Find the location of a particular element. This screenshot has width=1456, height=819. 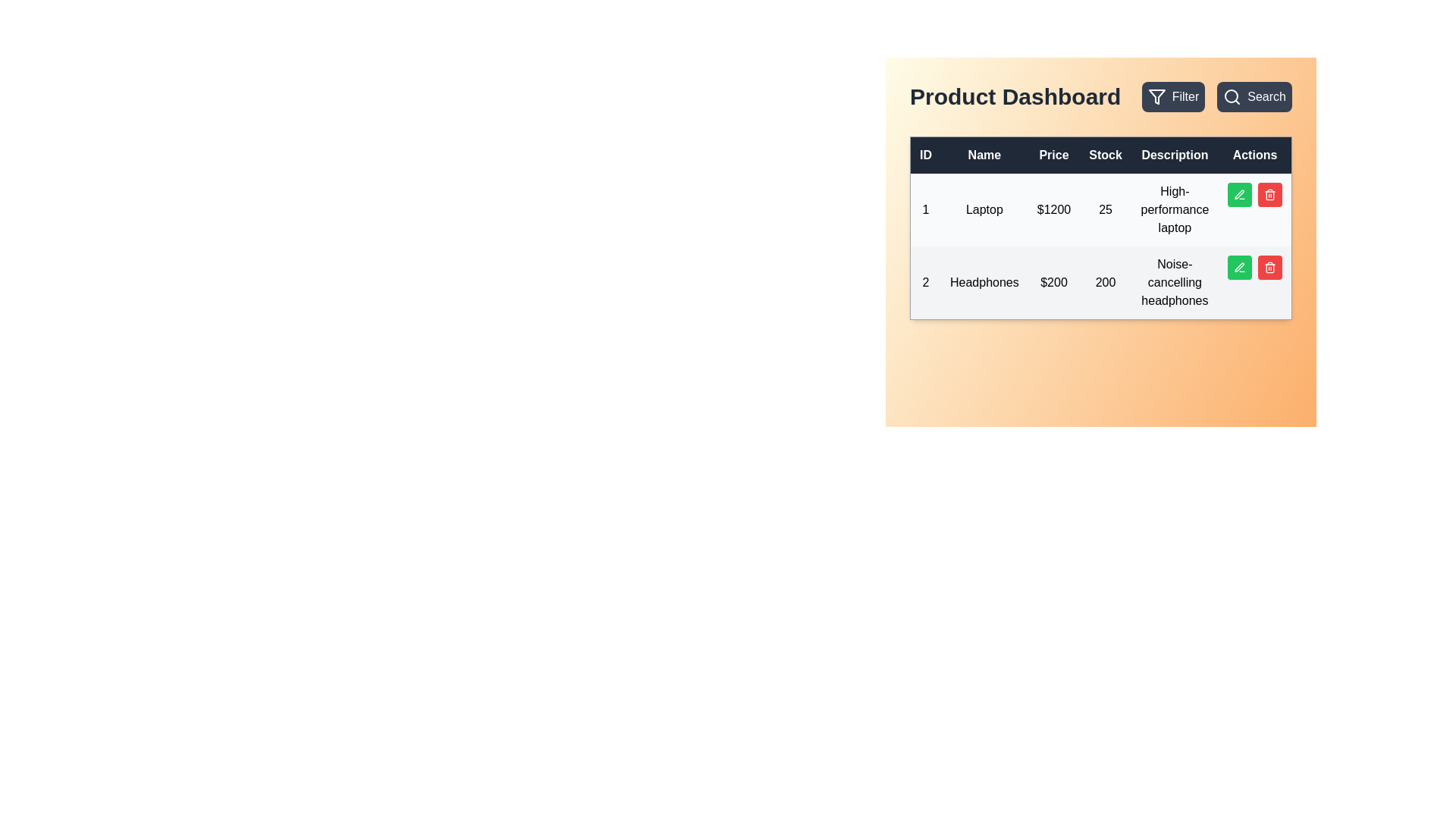

the delete button for 'Headphones' in the 'Actions' column is located at coordinates (1270, 194).